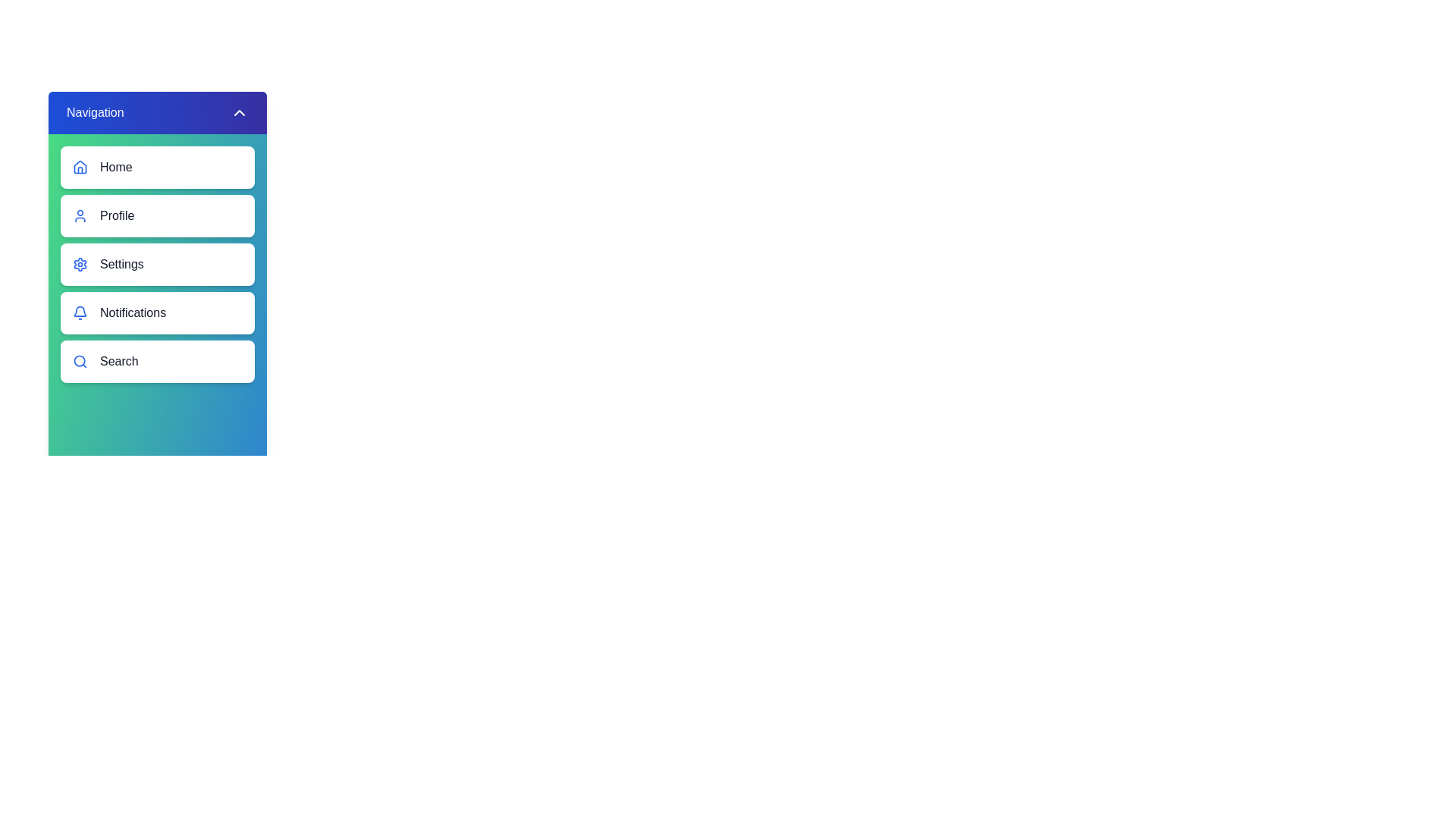  Describe the element at coordinates (94, 112) in the screenshot. I see `the descriptive title Label located in the header section of the navigation menu, positioned at the top-left and centered between the left edge and a chevron icon` at that location.